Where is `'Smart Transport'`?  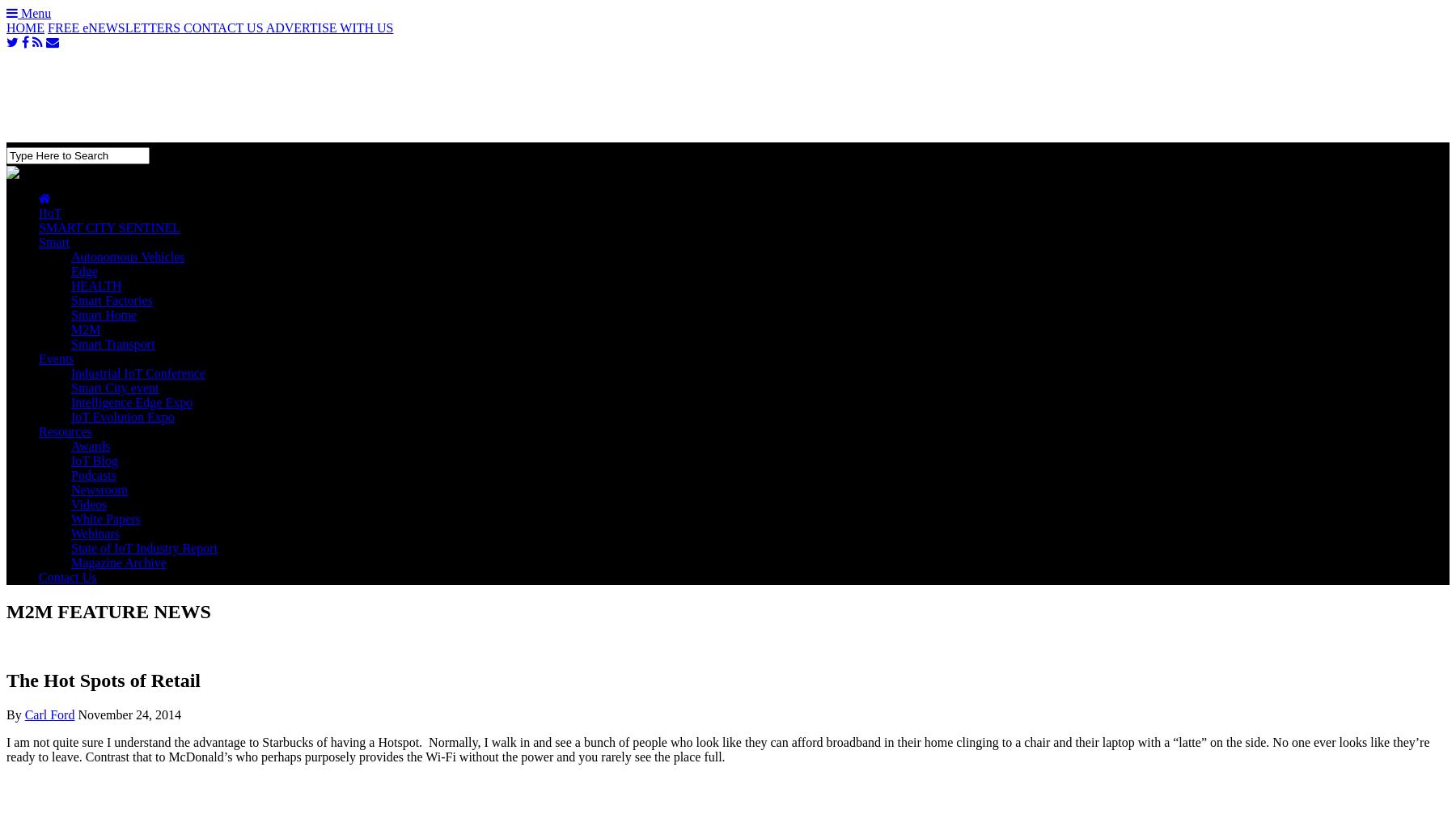 'Smart Transport' is located at coordinates (112, 343).